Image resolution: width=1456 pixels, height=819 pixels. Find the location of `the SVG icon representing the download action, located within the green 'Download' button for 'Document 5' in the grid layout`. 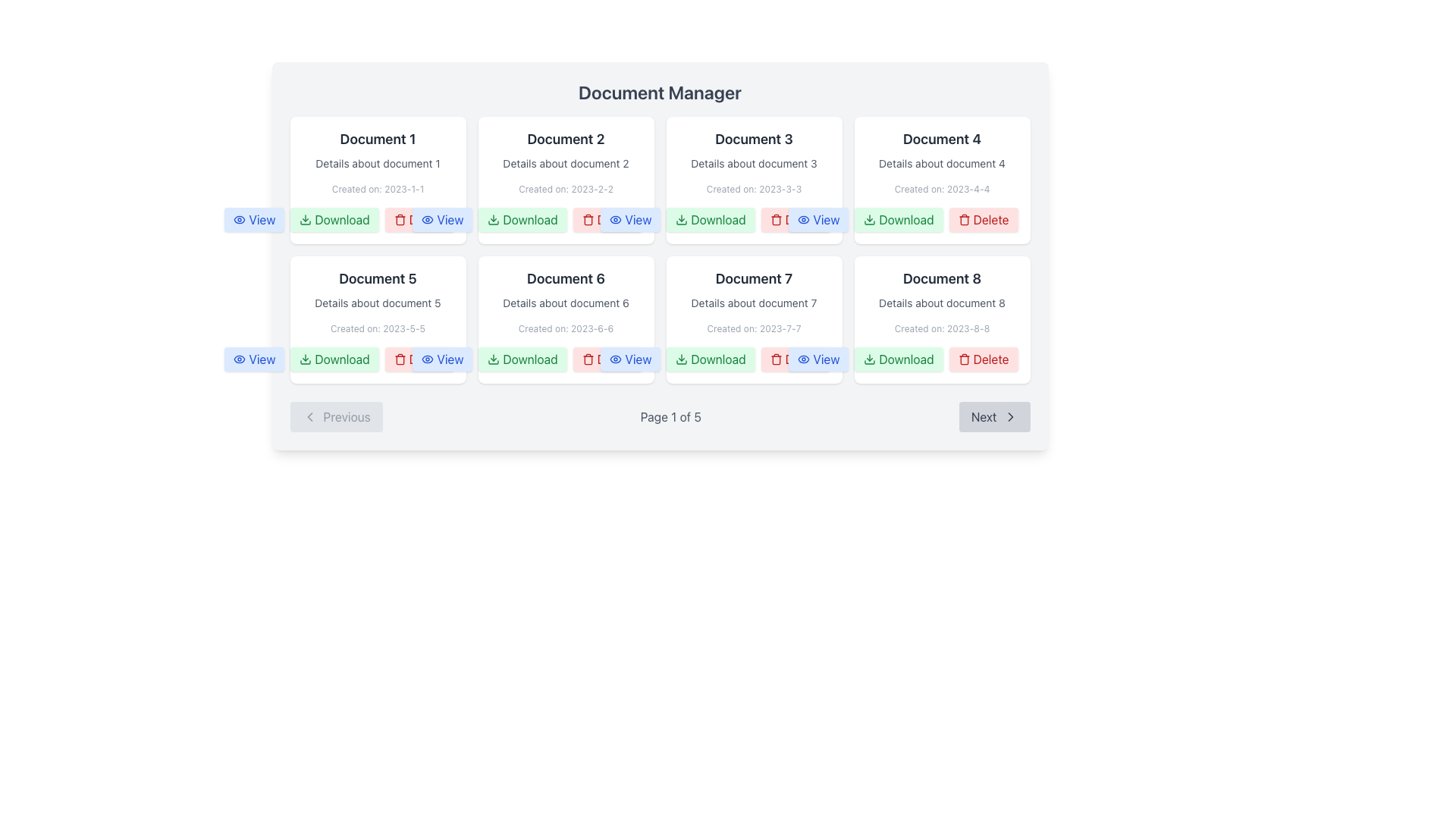

the SVG icon representing the download action, located within the green 'Download' button for 'Document 5' in the grid layout is located at coordinates (305, 359).